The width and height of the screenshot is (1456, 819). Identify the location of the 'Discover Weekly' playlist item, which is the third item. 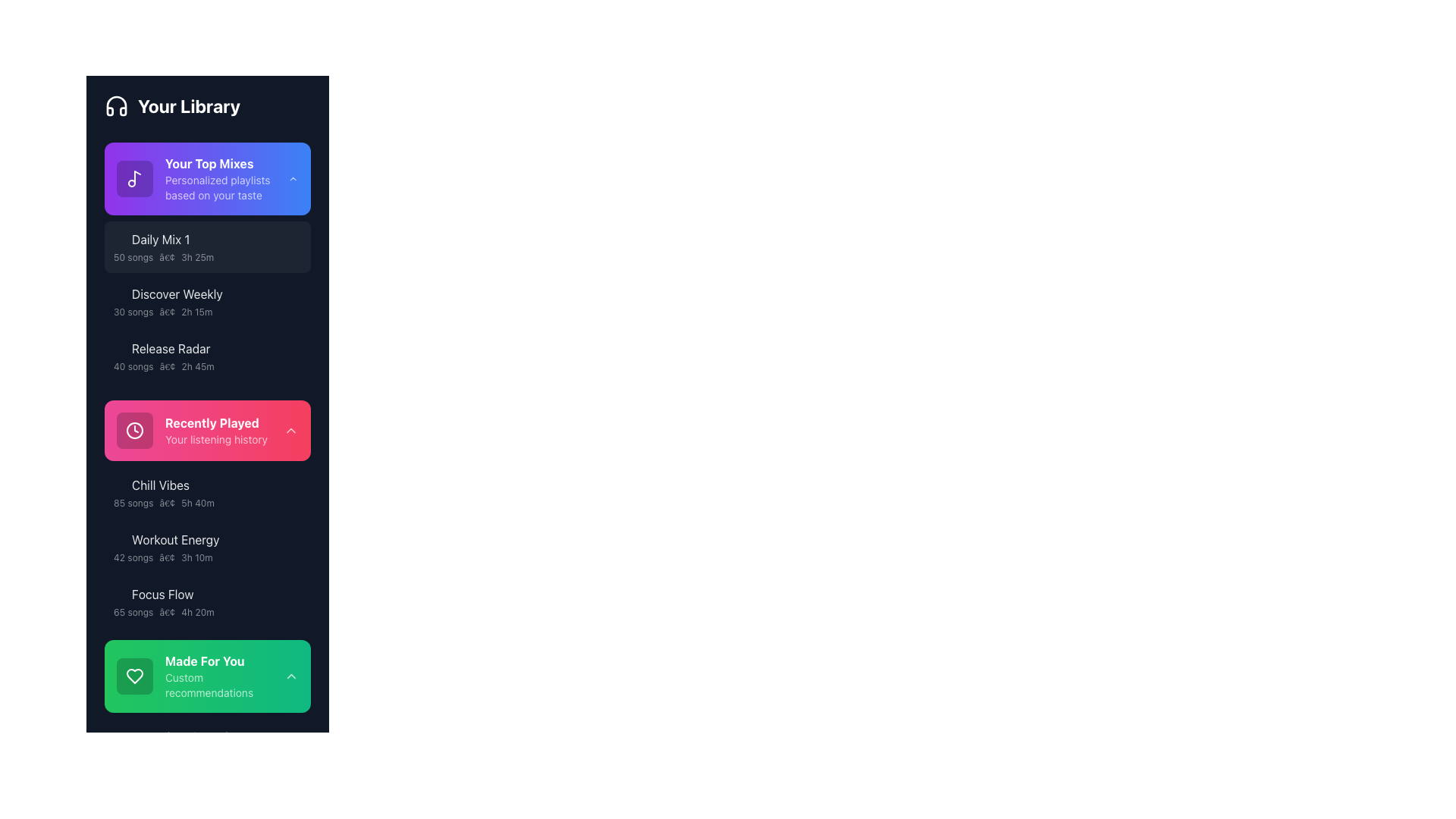
(199, 301).